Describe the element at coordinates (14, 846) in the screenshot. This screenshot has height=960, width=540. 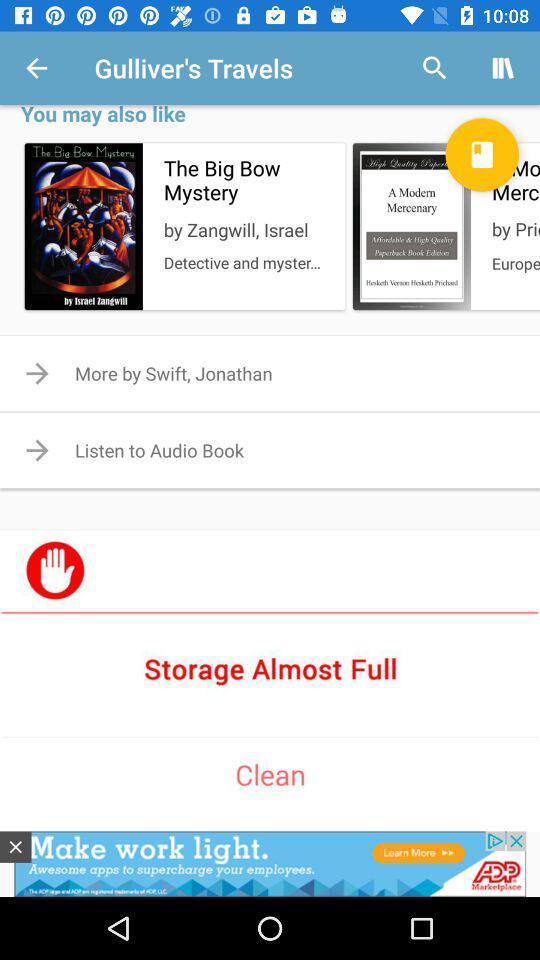
I see `the close icon` at that location.